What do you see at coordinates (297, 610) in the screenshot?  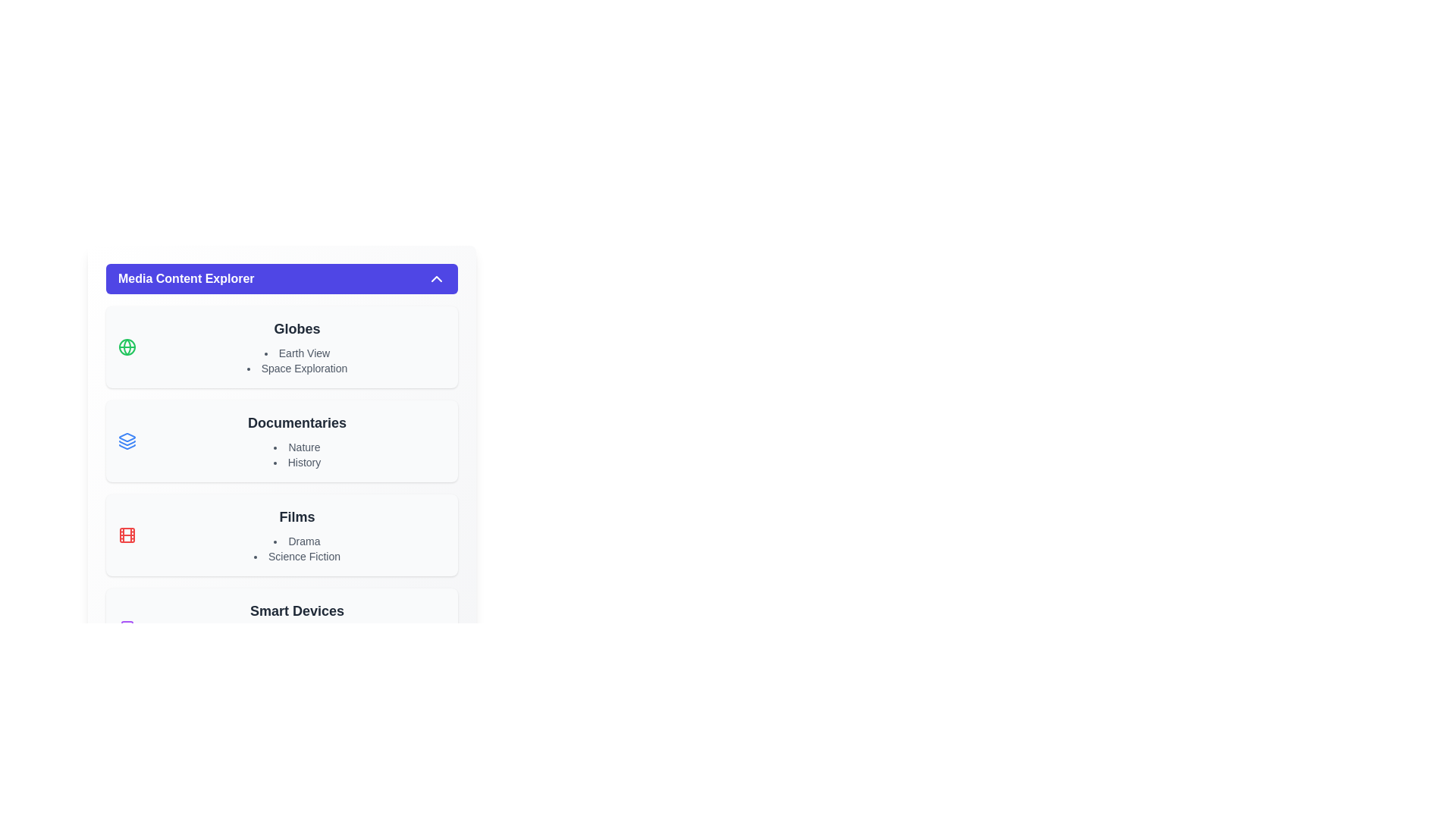 I see `the text label that displays 'Smart Devices', which is styled in bold dark gray on a light background and positioned centrally above 'Tablets' and 'Watches'` at bounding box center [297, 610].